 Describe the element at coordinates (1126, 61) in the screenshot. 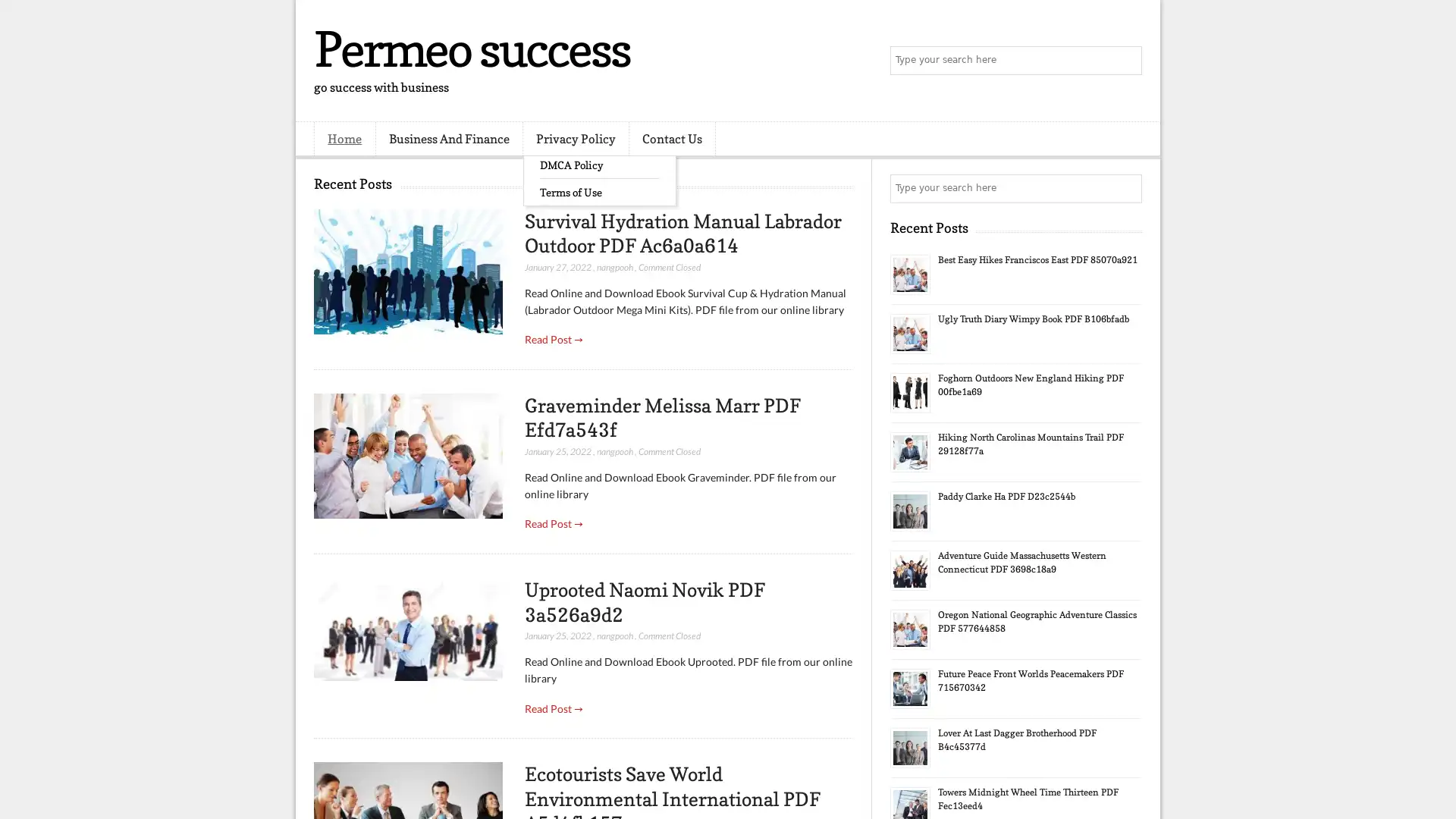

I see `Search` at that location.